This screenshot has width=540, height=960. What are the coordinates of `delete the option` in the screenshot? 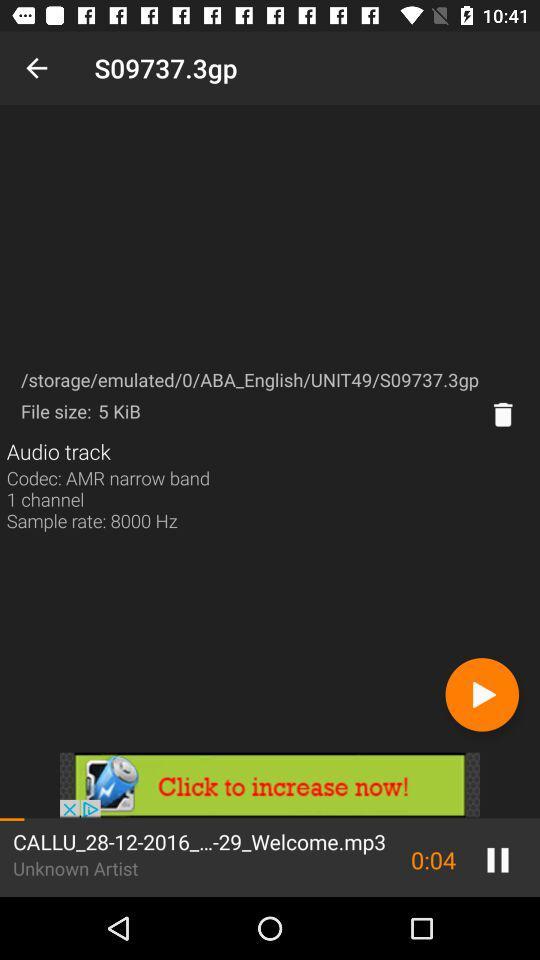 It's located at (502, 413).